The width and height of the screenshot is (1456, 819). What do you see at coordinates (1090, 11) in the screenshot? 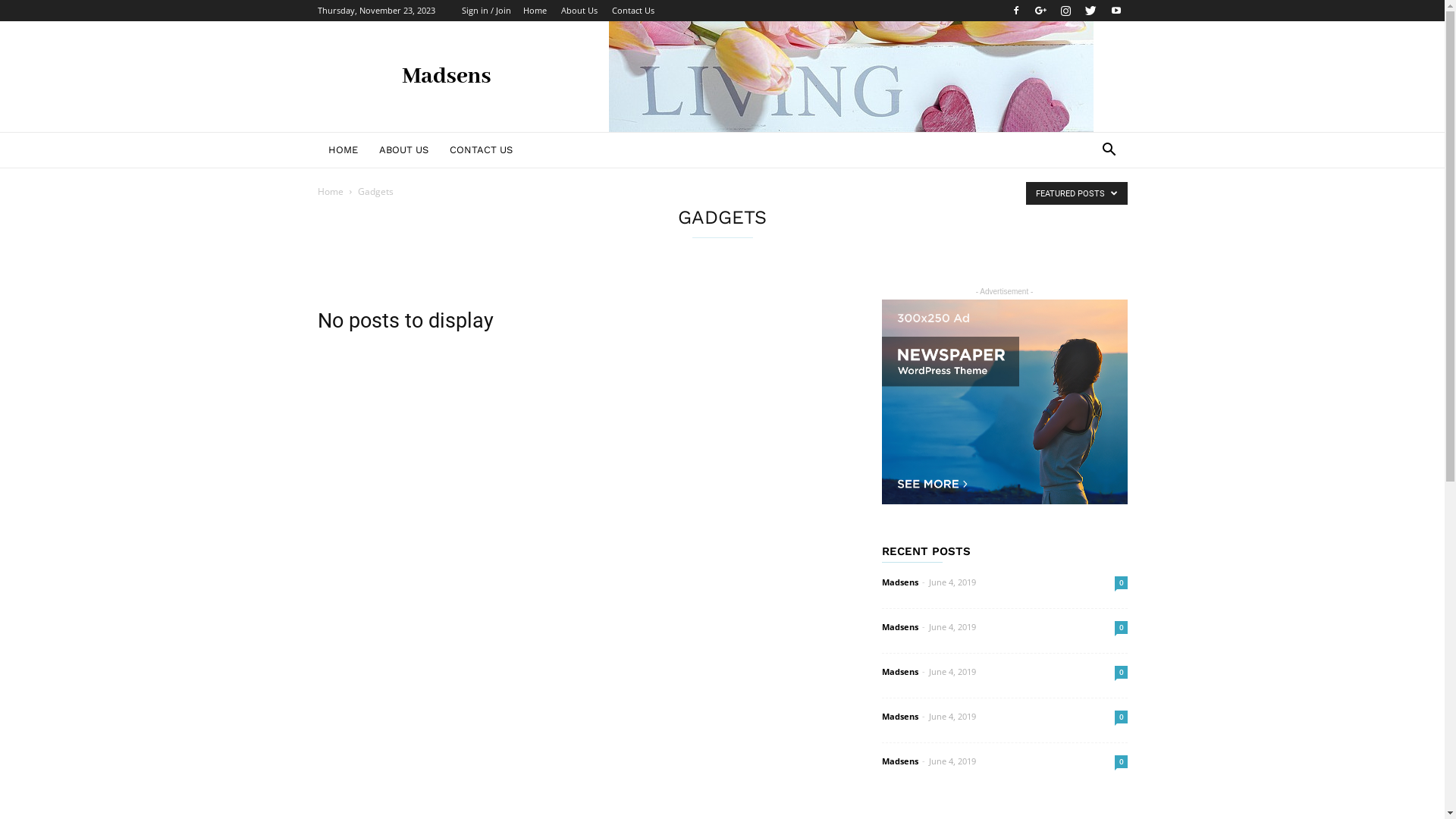
I see `'Twitter'` at bounding box center [1090, 11].